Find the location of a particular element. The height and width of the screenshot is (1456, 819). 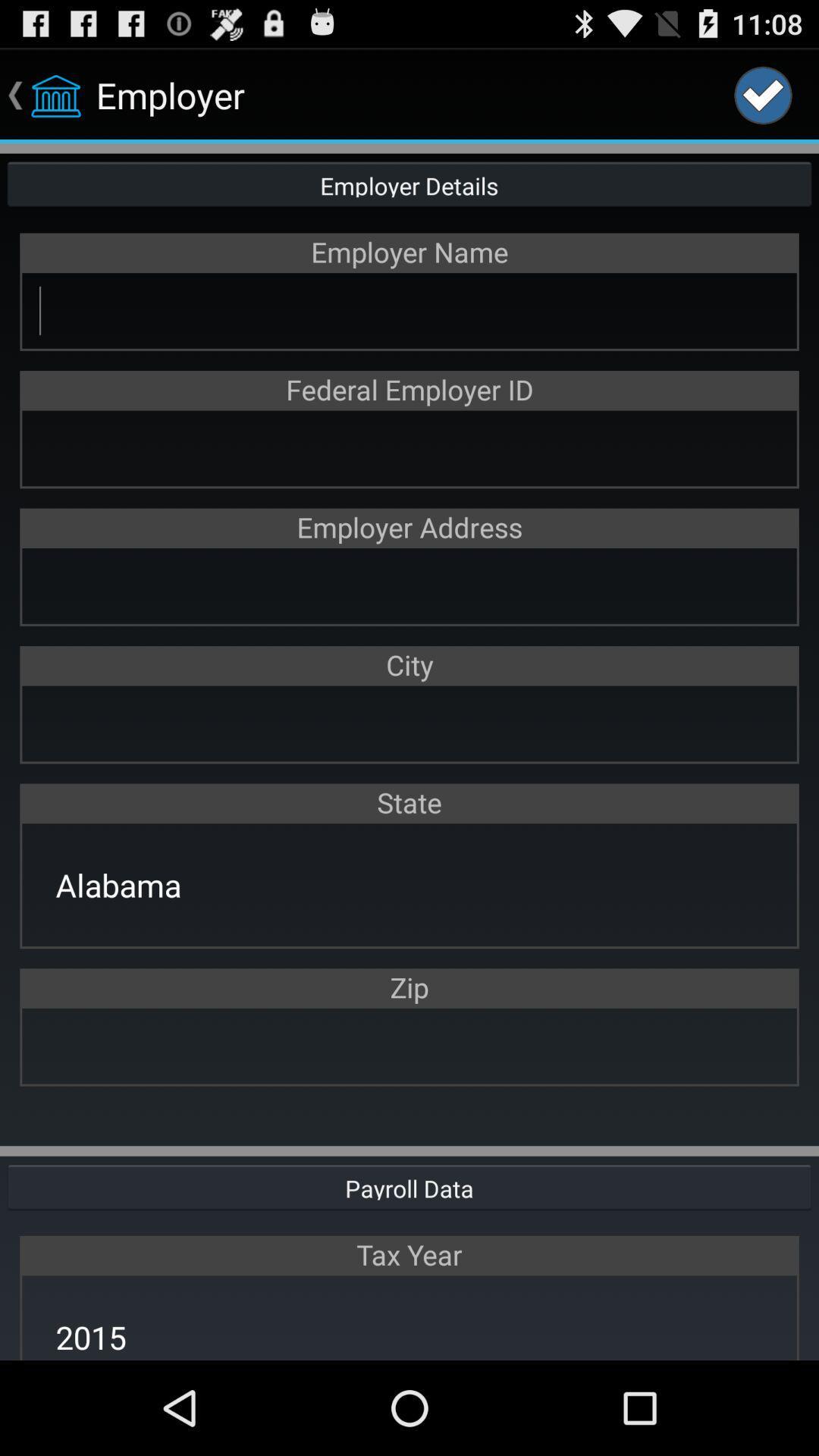

app above employer name item is located at coordinates (409, 182).